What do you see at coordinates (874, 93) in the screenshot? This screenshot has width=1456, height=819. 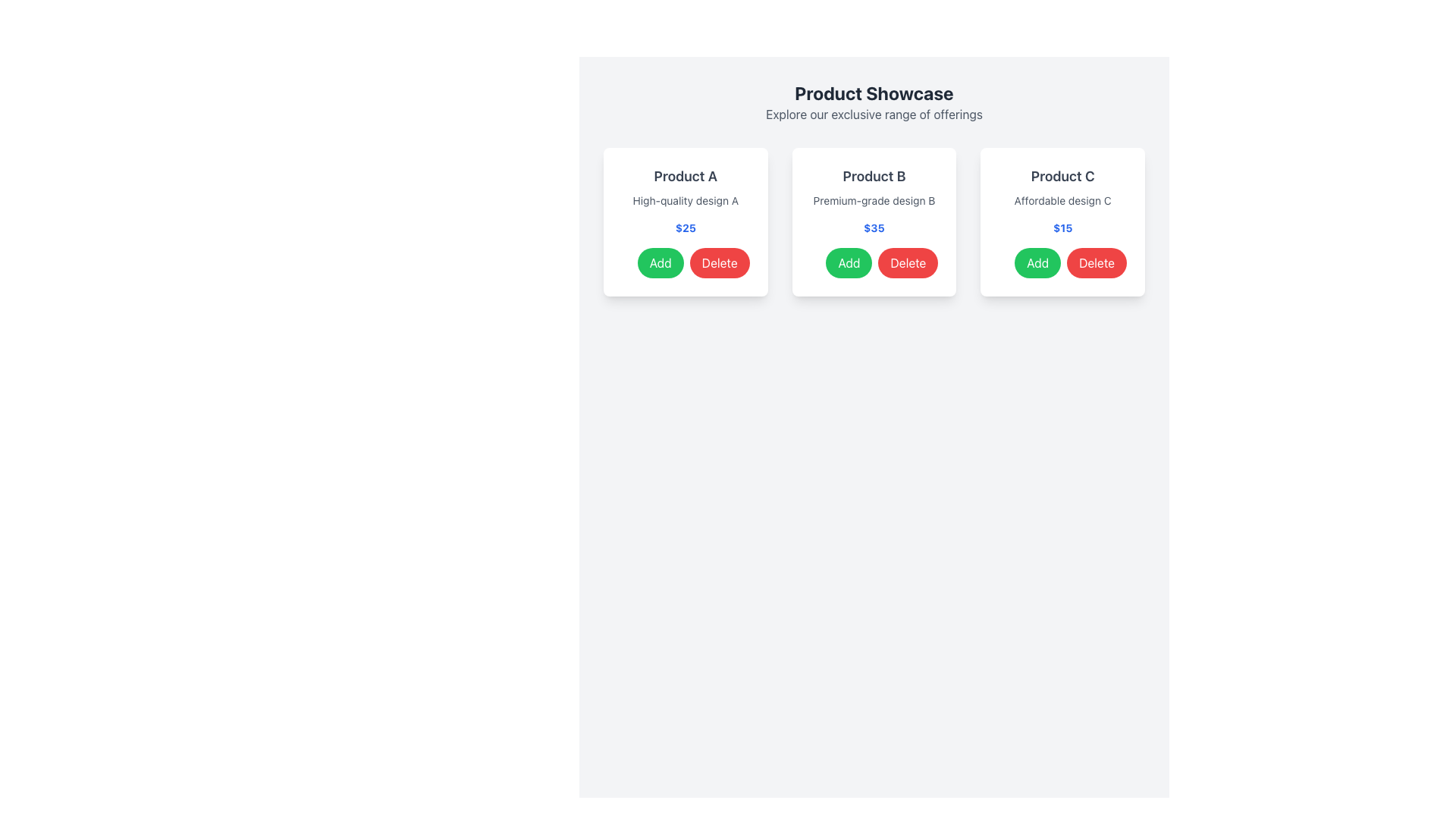 I see `the prominently styled text header that reads 'Product Showcase'` at bounding box center [874, 93].